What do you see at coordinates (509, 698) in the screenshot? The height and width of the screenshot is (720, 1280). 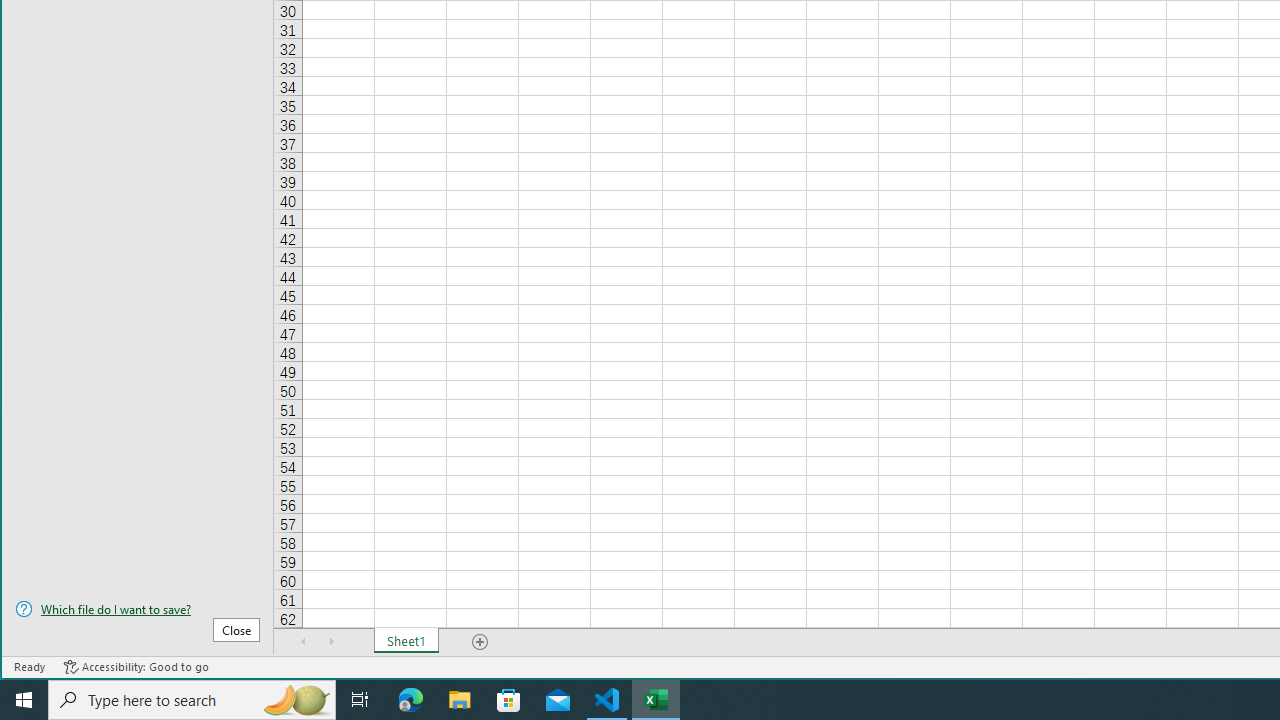 I see `'Microsoft Store'` at bounding box center [509, 698].